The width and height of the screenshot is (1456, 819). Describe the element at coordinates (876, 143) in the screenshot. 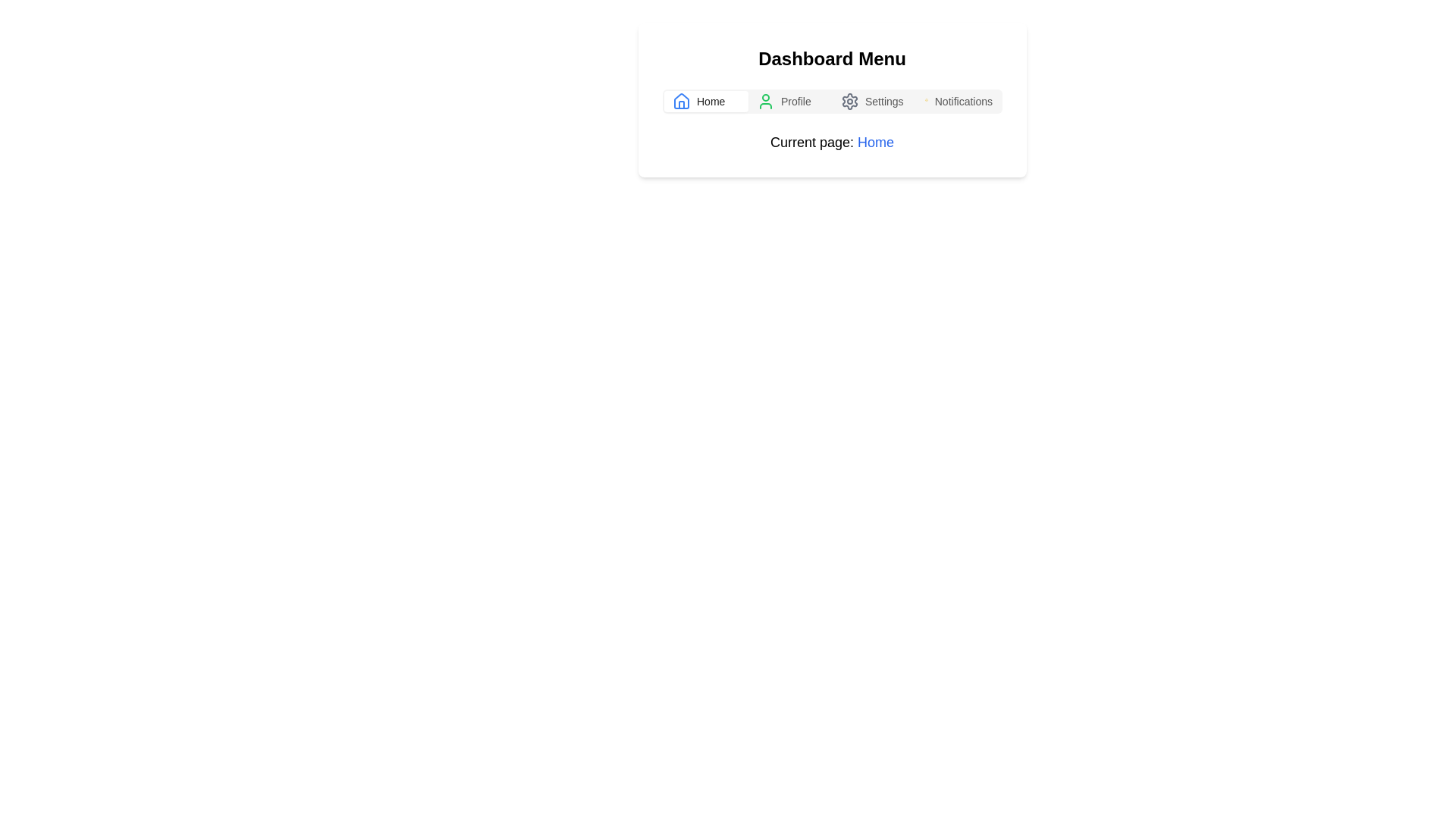

I see `the 'Home' text label, which is styled in blue and located within the 'Current page: Home.' text structure in the 'Dashboard Menu.'` at that location.